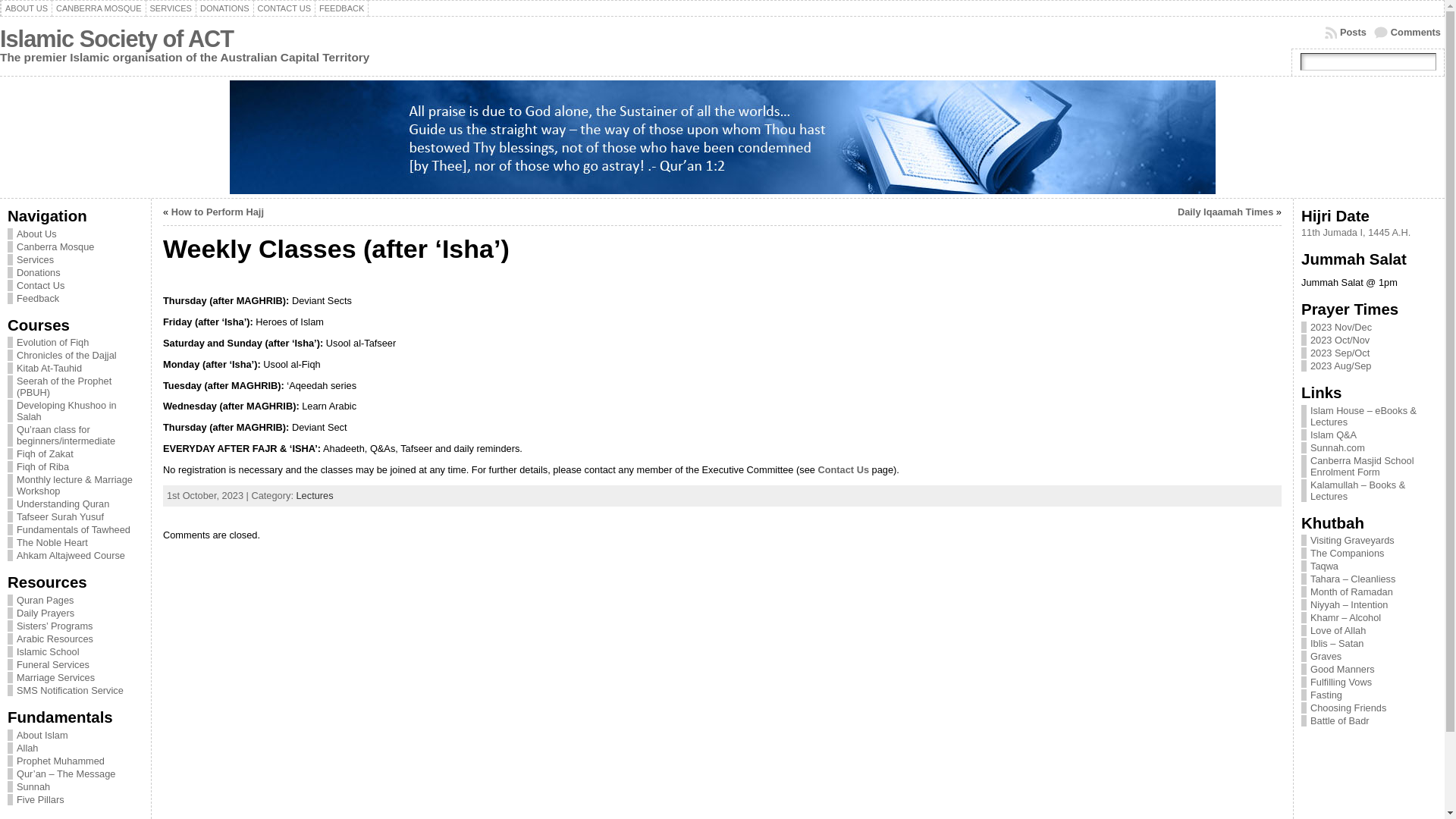 The height and width of the screenshot is (819, 1456). Describe the element at coordinates (74, 555) in the screenshot. I see `'Ahkam Altajweed Course'` at that location.